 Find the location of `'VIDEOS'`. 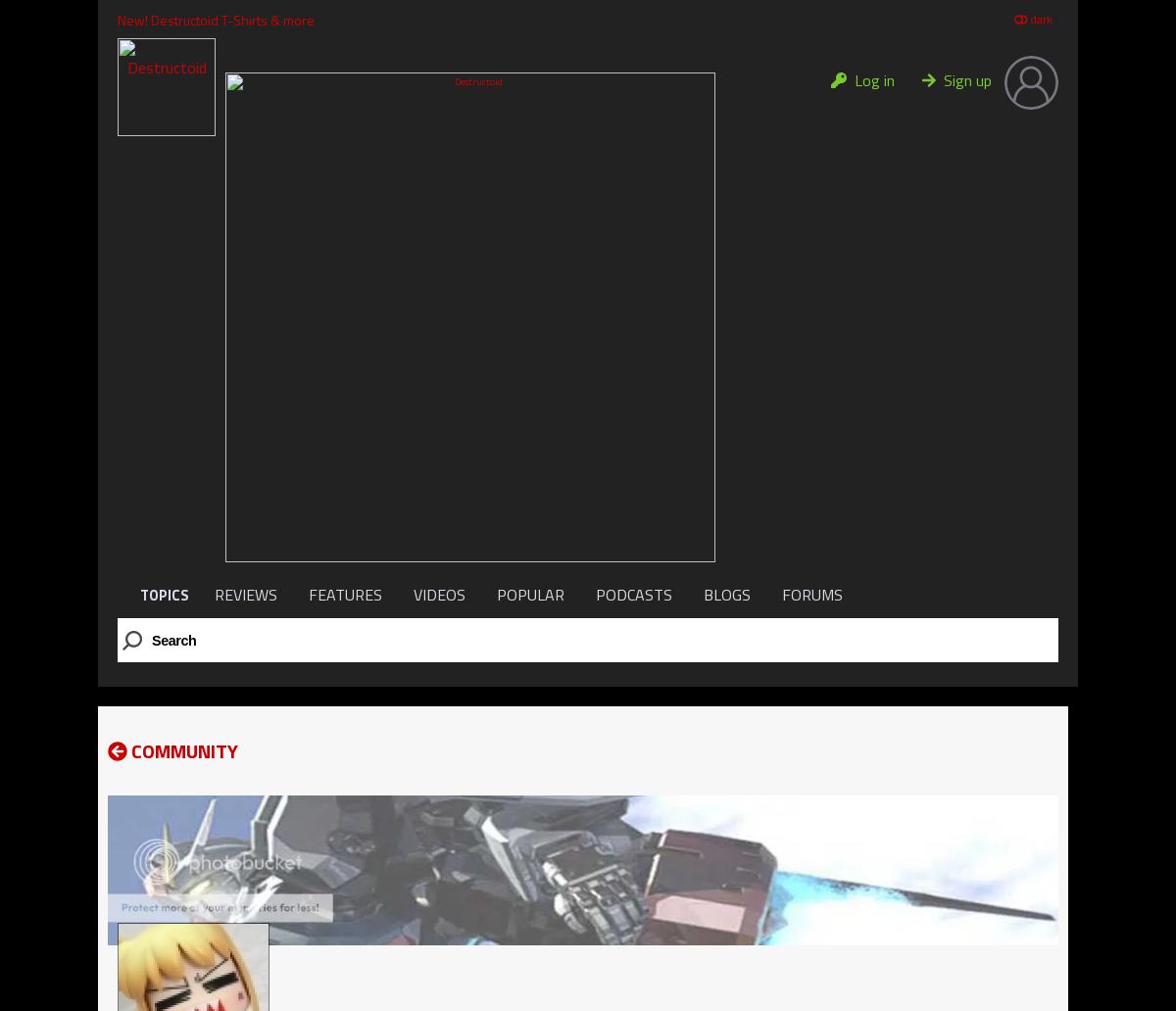

'VIDEOS' is located at coordinates (439, 595).